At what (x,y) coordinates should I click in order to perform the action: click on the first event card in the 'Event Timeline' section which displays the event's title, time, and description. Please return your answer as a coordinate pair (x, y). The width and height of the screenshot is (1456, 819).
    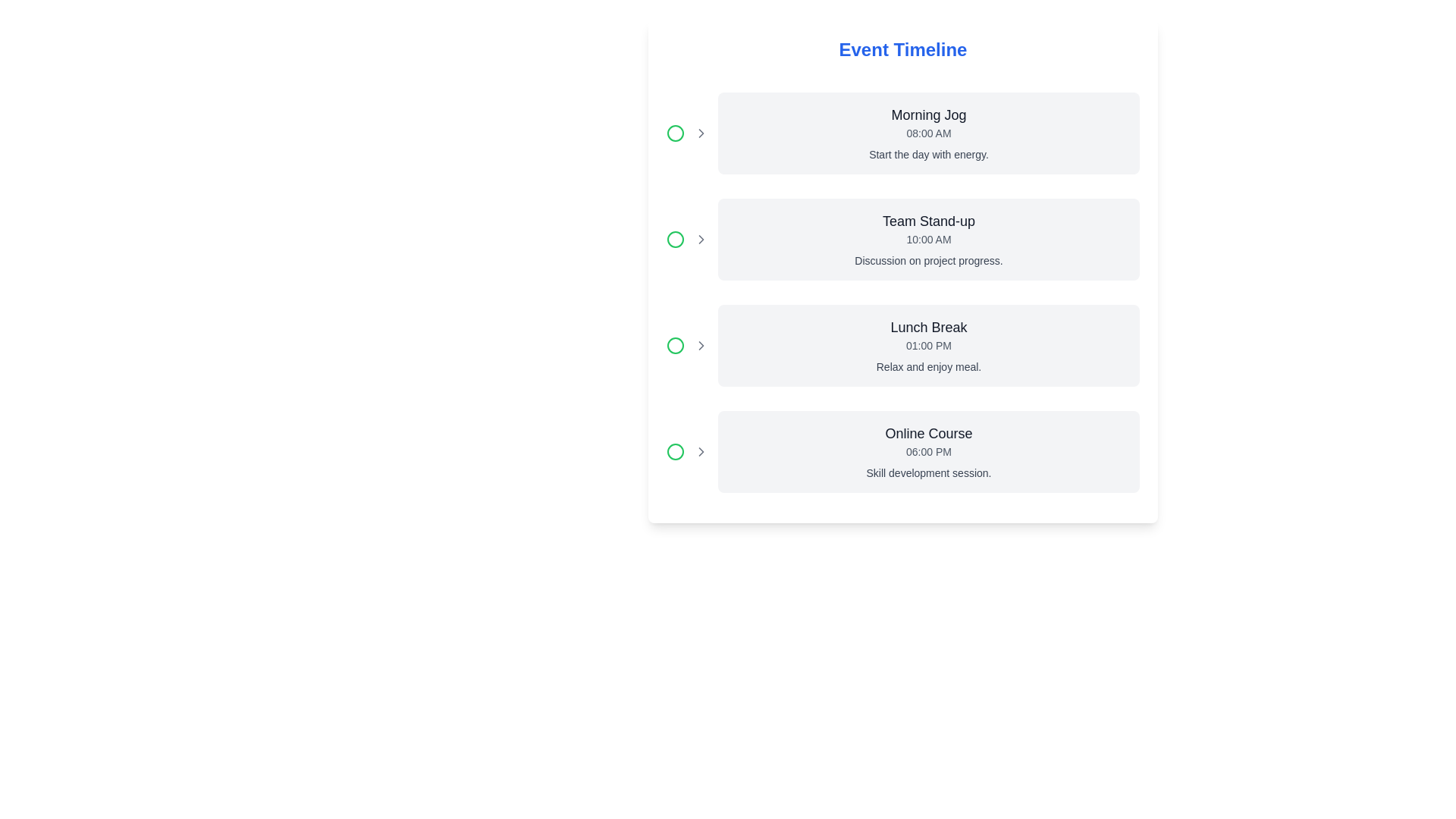
    Looking at the image, I should click on (927, 133).